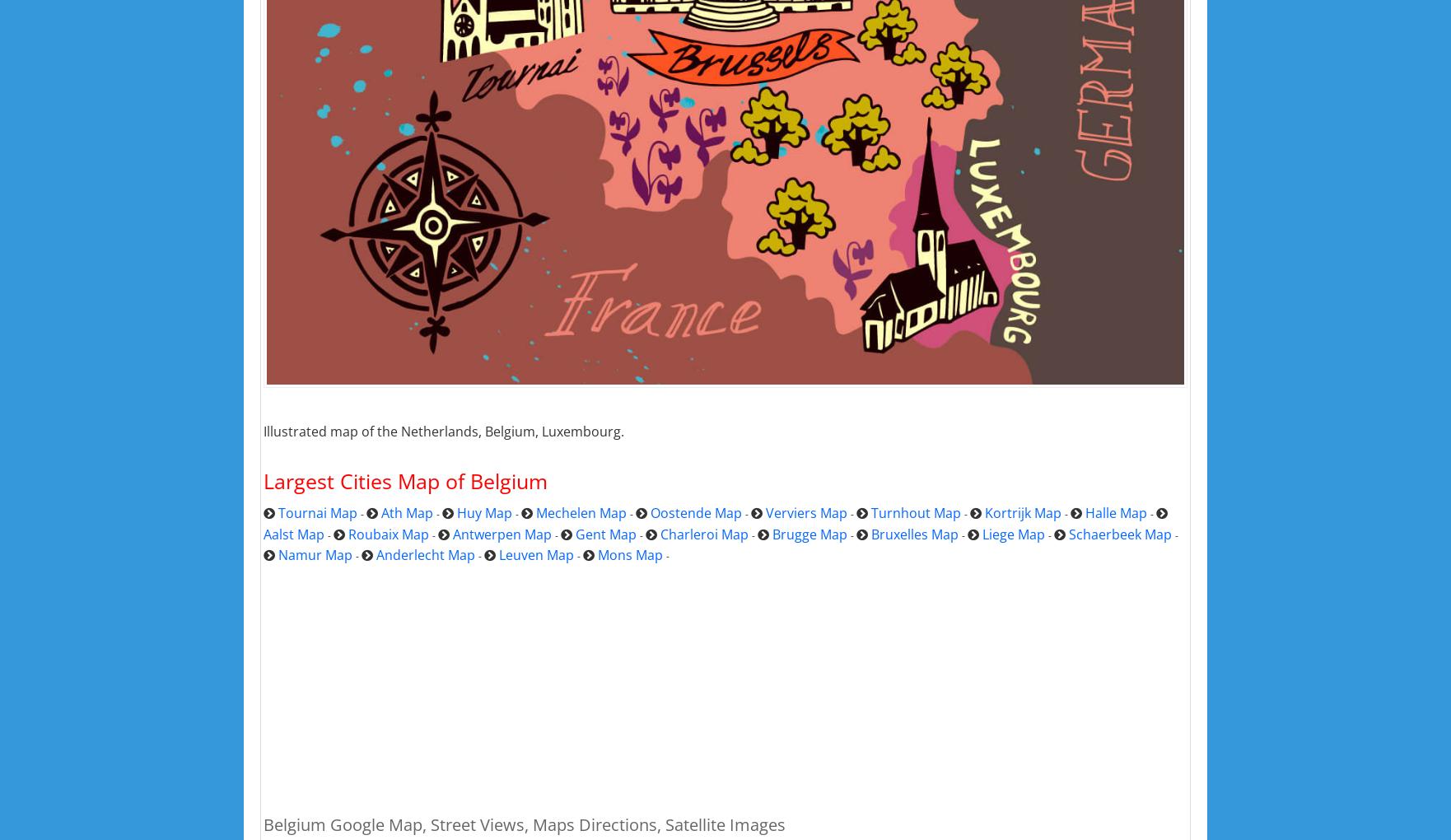 The image size is (1451, 840). I want to click on 'Kortrijk Map', so click(985, 512).